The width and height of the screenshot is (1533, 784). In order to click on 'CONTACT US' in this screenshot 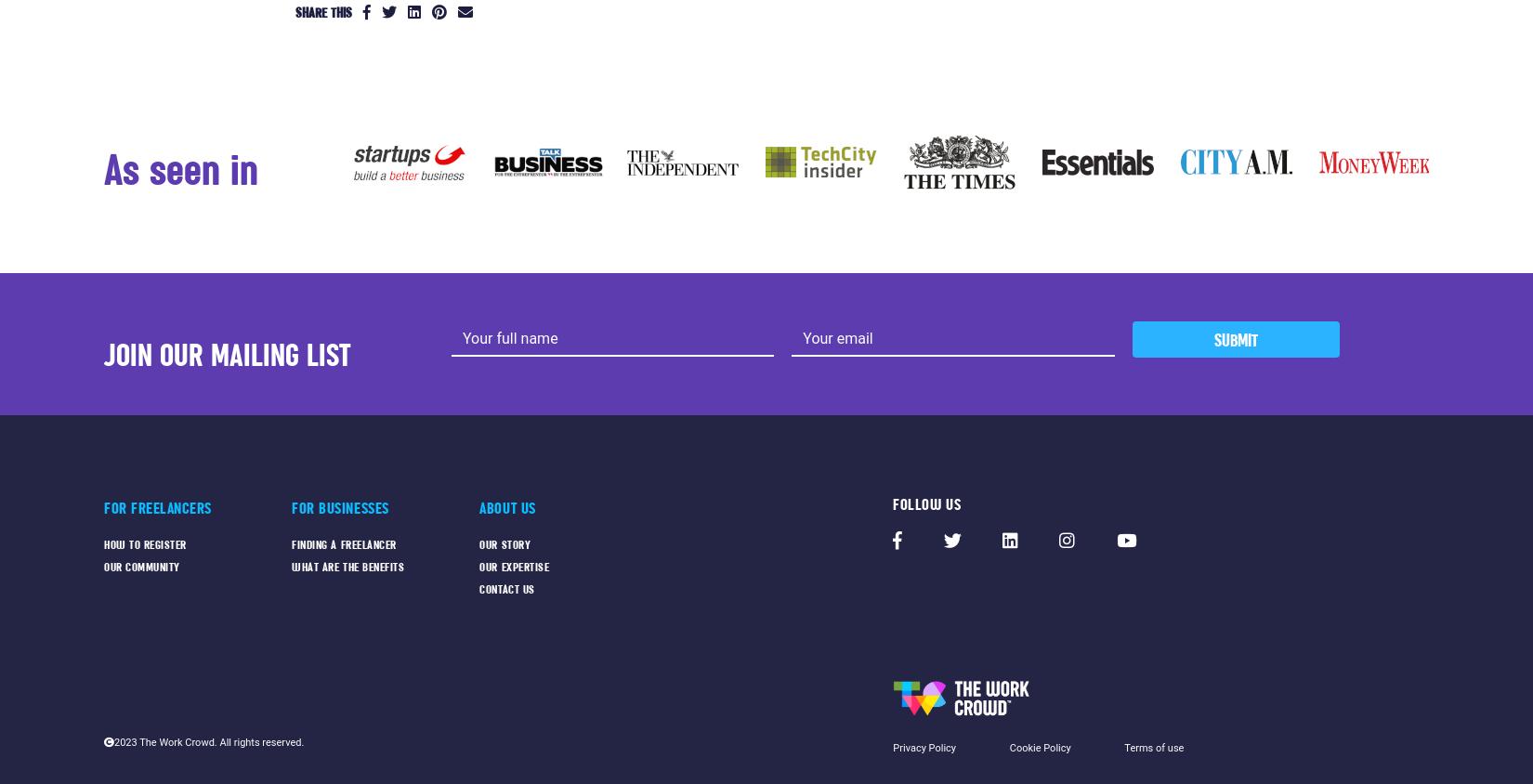, I will do `click(478, 588)`.